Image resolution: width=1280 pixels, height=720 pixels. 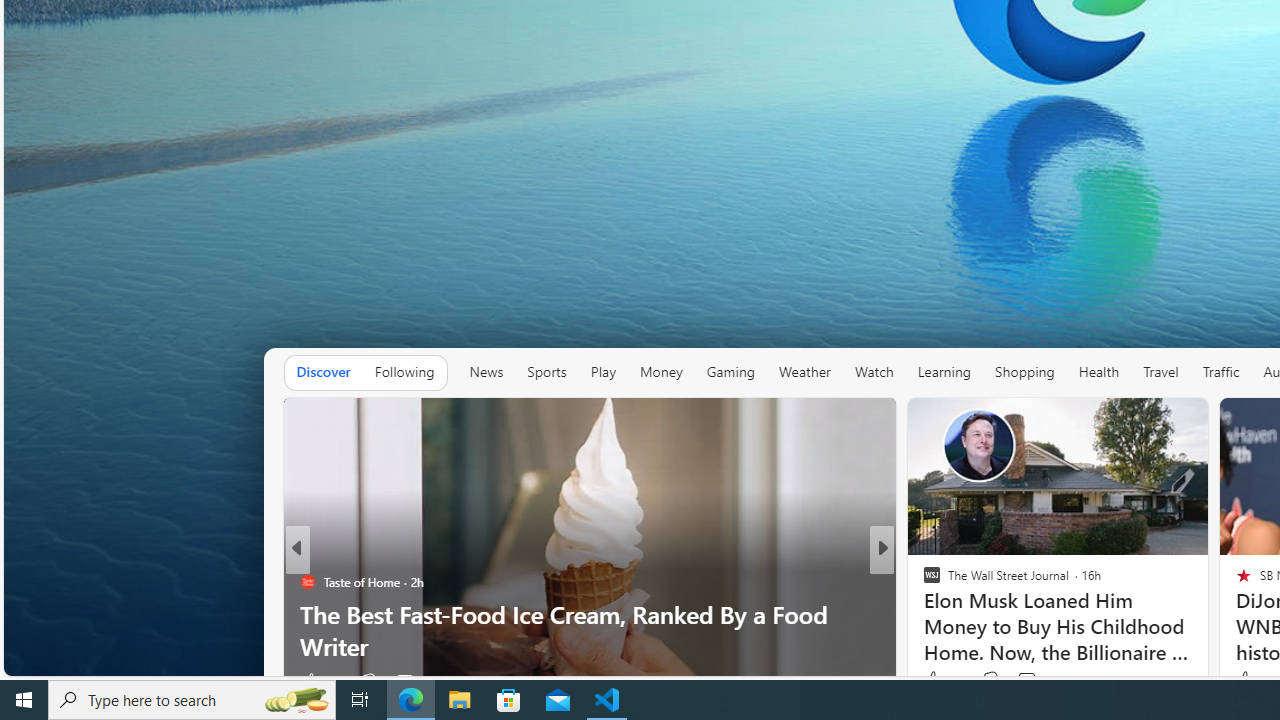 What do you see at coordinates (805, 371) in the screenshot?
I see `'Weather'` at bounding box center [805, 371].